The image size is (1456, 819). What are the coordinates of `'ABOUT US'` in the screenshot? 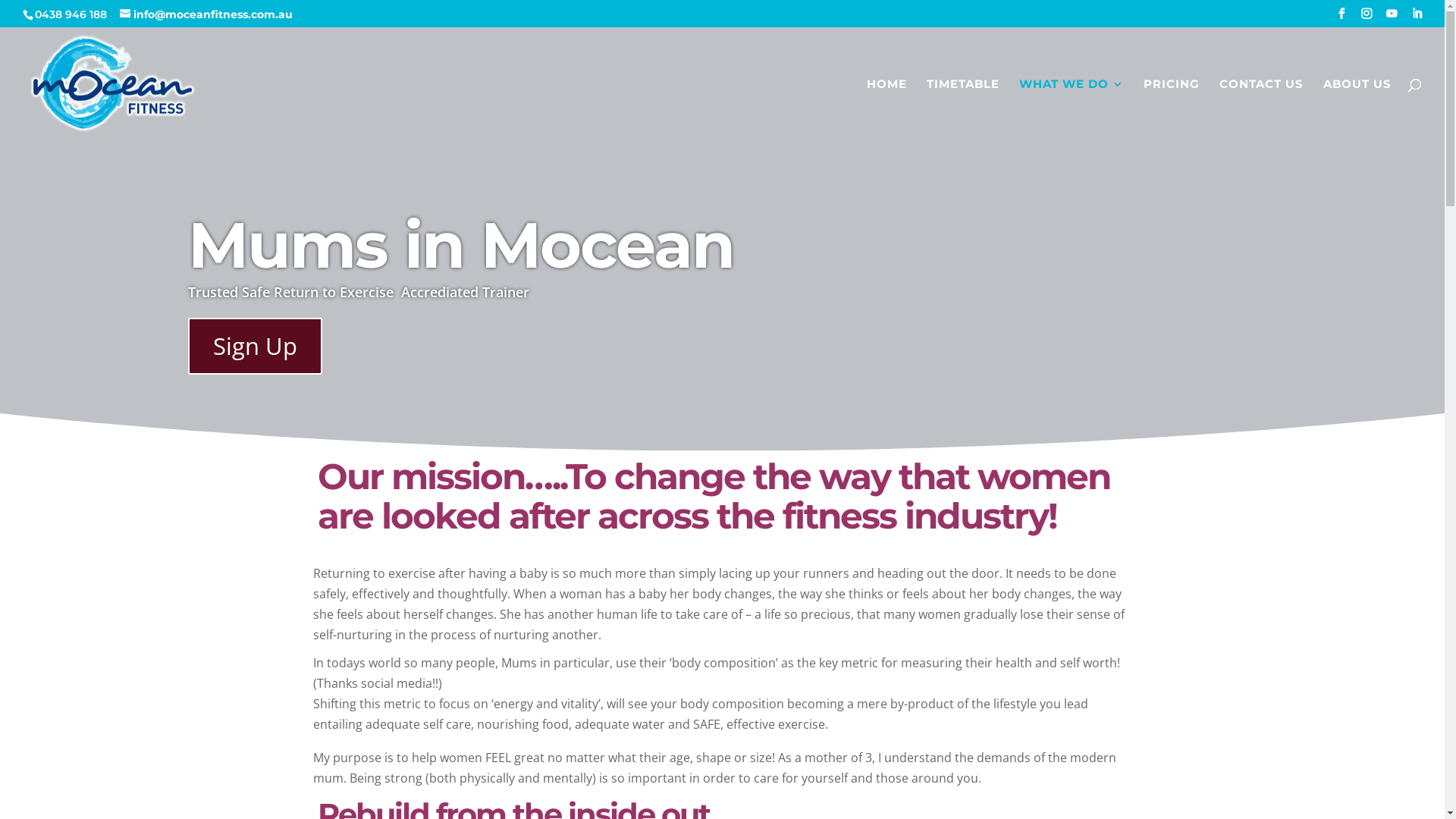 It's located at (1357, 109).